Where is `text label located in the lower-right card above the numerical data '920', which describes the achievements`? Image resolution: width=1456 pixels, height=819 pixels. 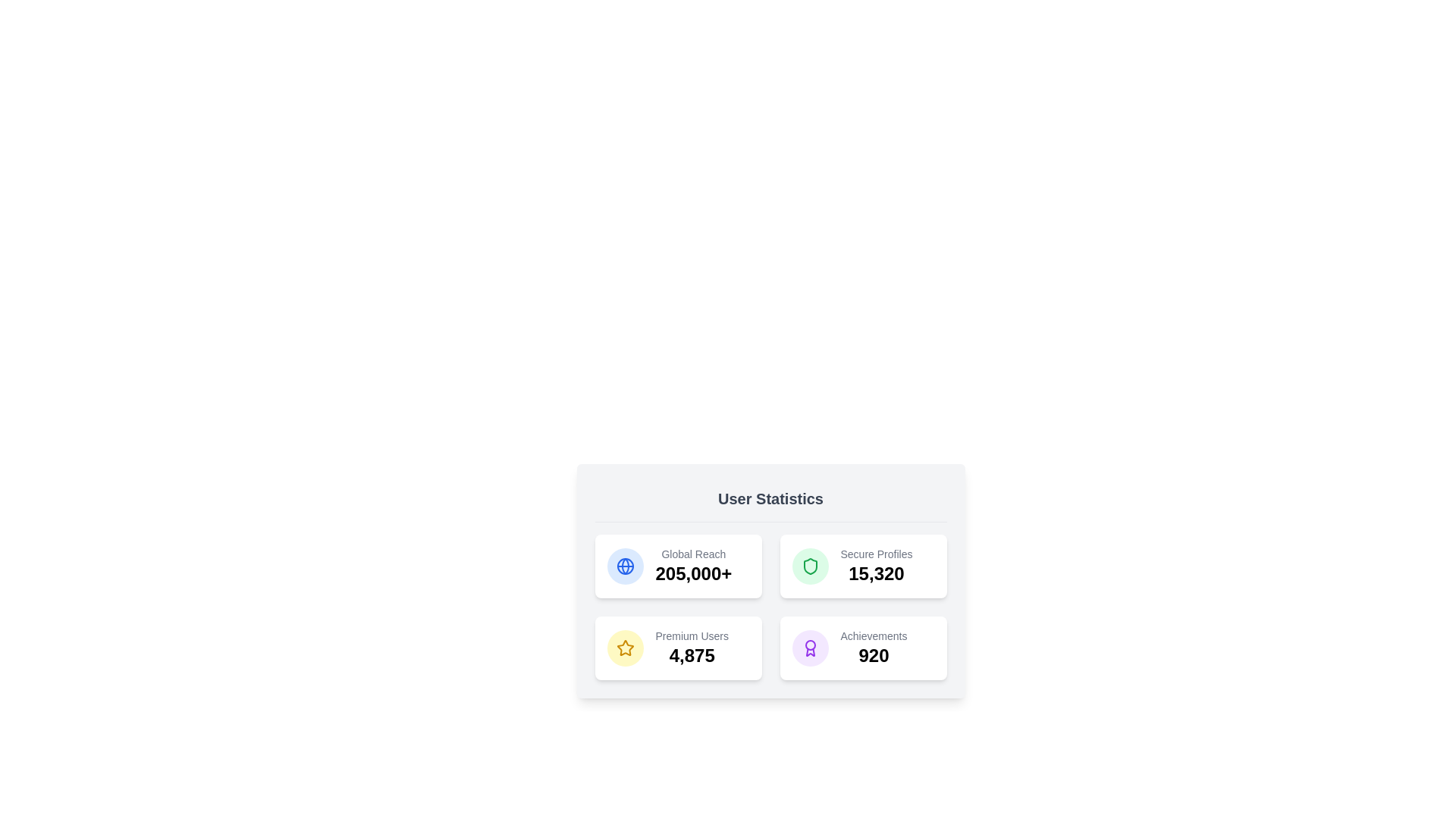
text label located in the lower-right card above the numerical data '920', which describes the achievements is located at coordinates (874, 636).